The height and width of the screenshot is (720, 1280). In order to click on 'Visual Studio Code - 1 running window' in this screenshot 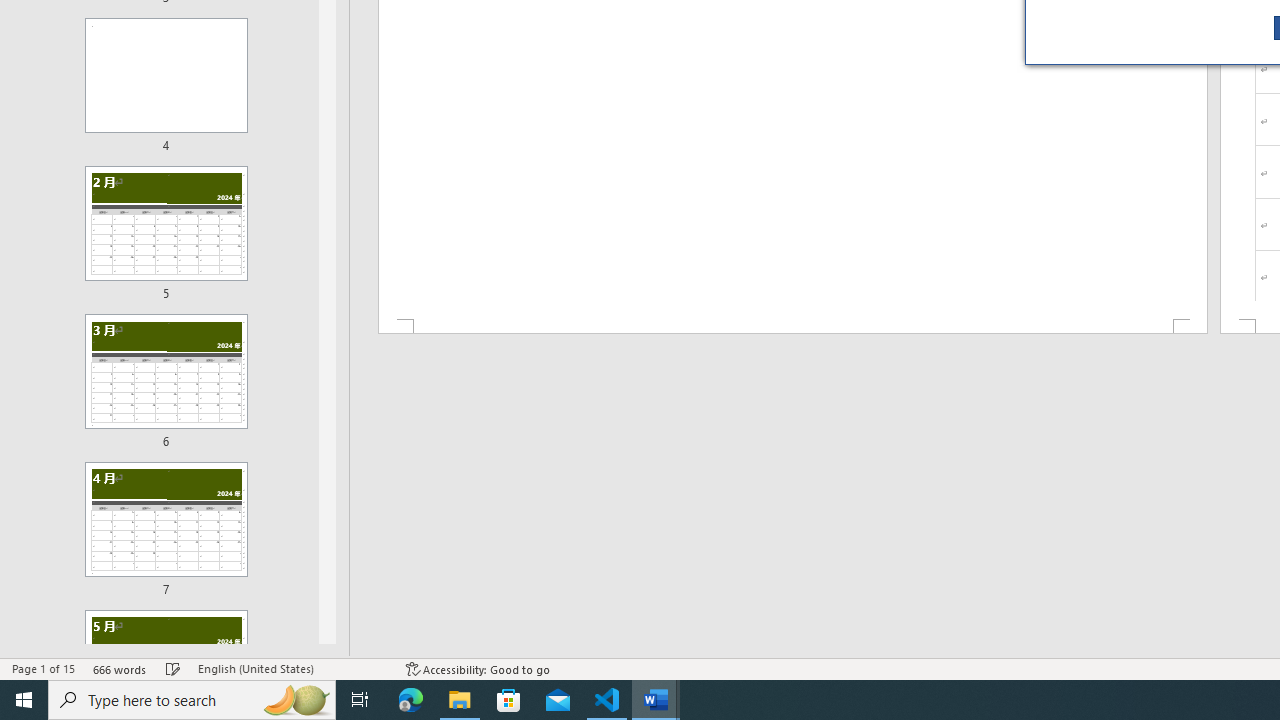, I will do `click(606, 698)`.